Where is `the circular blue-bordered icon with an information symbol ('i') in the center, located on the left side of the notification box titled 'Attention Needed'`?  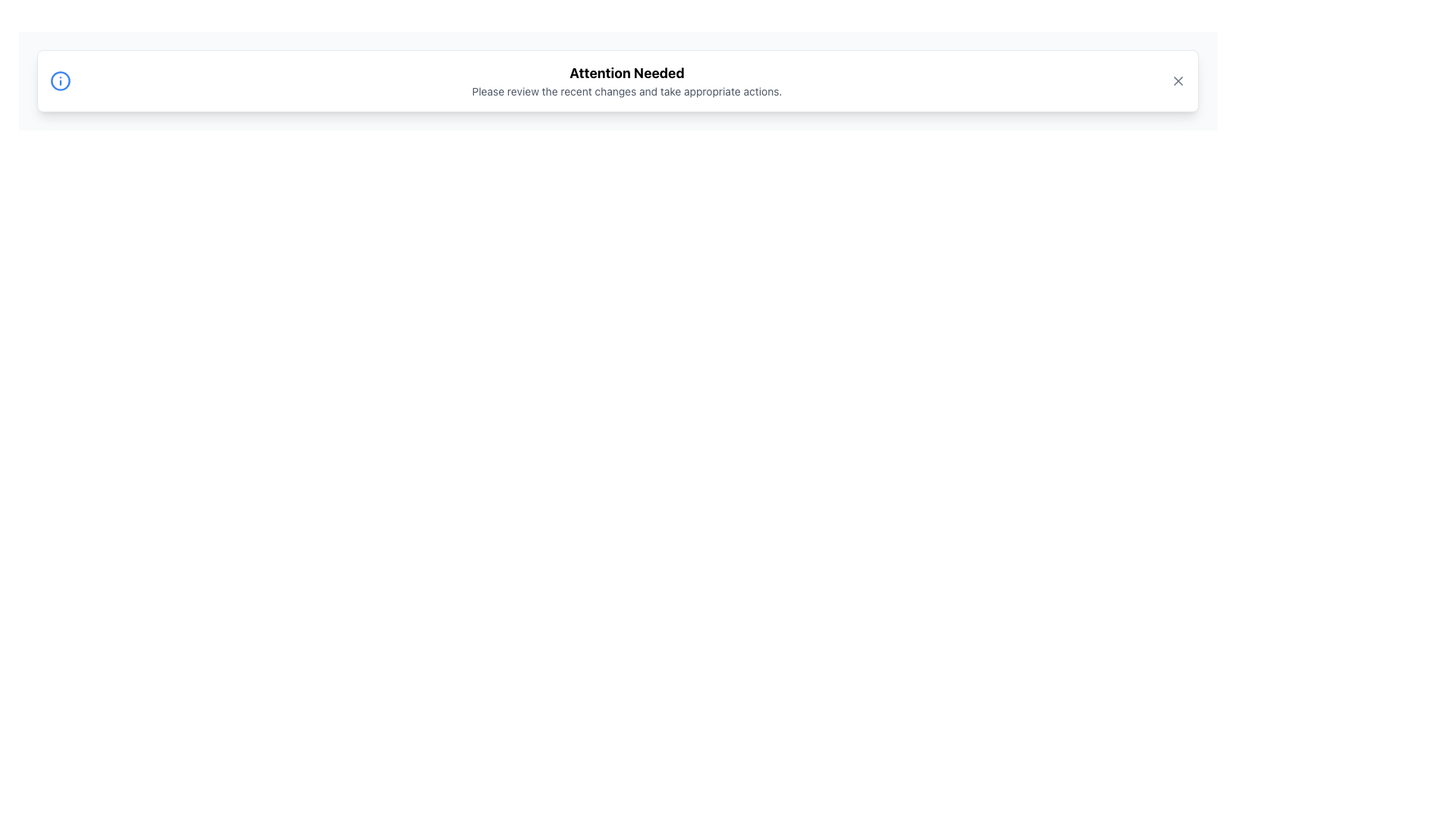 the circular blue-bordered icon with an information symbol ('i') in the center, located on the left side of the notification box titled 'Attention Needed' is located at coordinates (61, 81).